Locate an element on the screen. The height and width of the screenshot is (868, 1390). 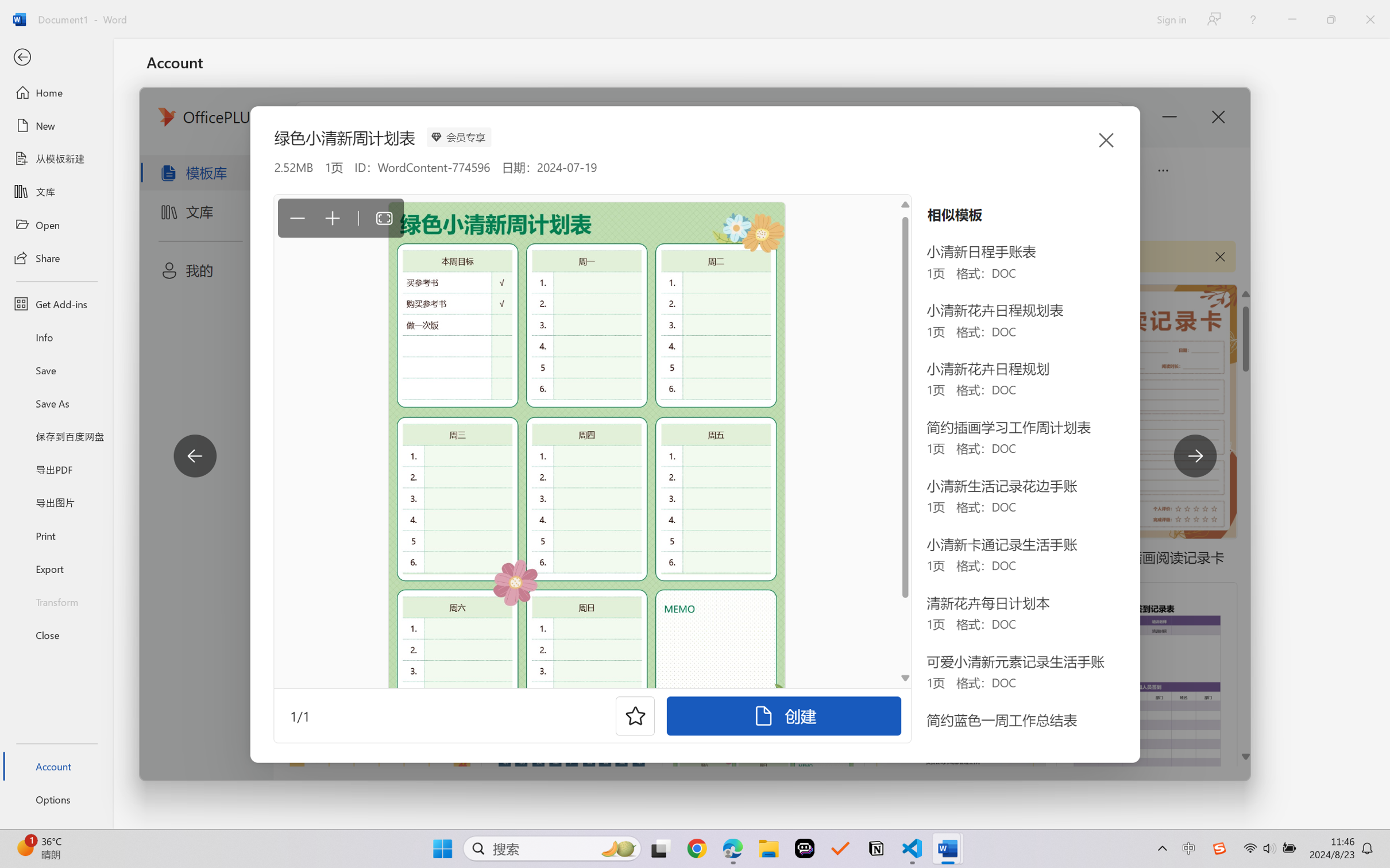
'New' is located at coordinates (56, 125).